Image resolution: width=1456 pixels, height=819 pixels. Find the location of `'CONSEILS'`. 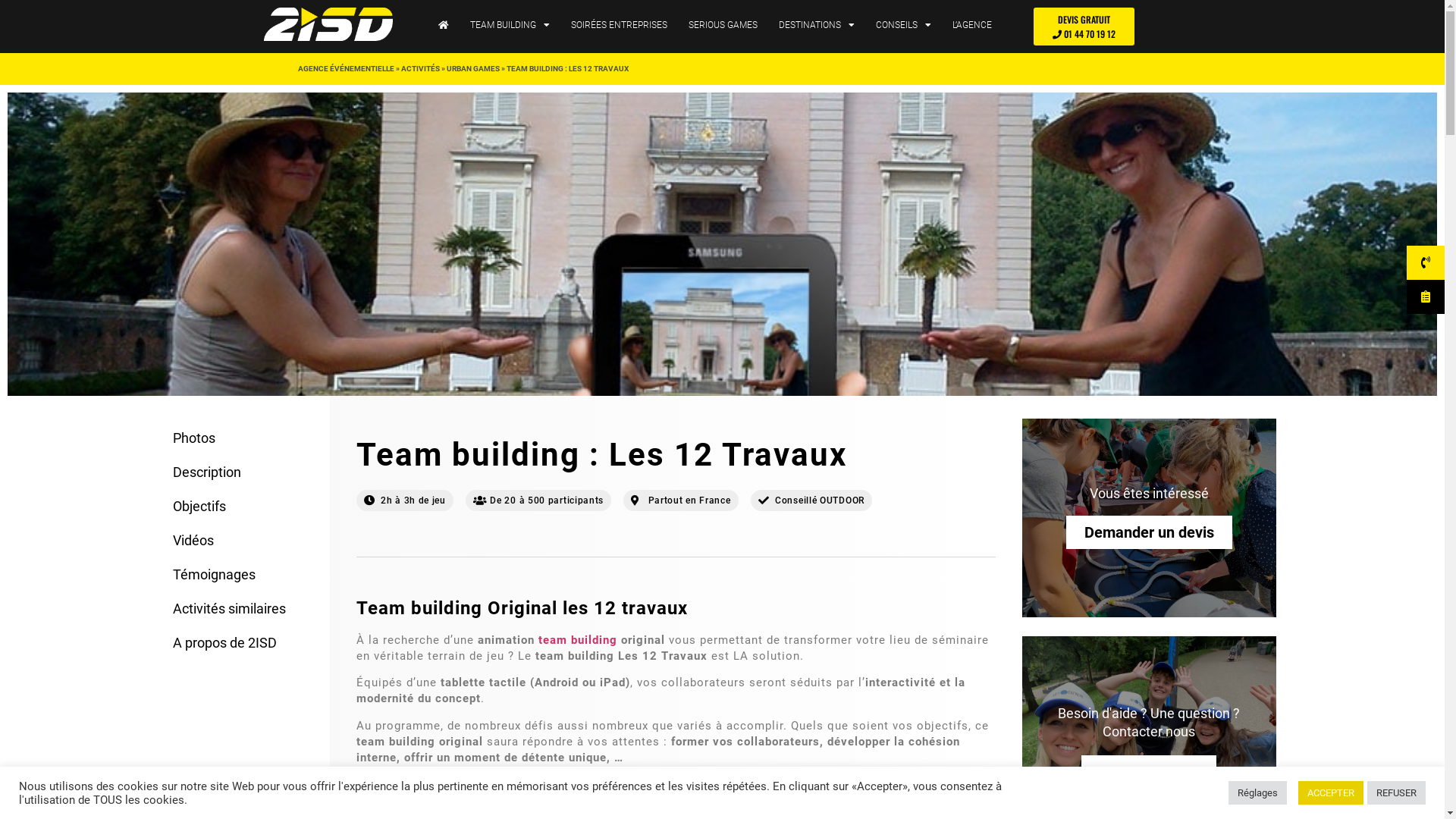

'CONSEILS' is located at coordinates (903, 25).